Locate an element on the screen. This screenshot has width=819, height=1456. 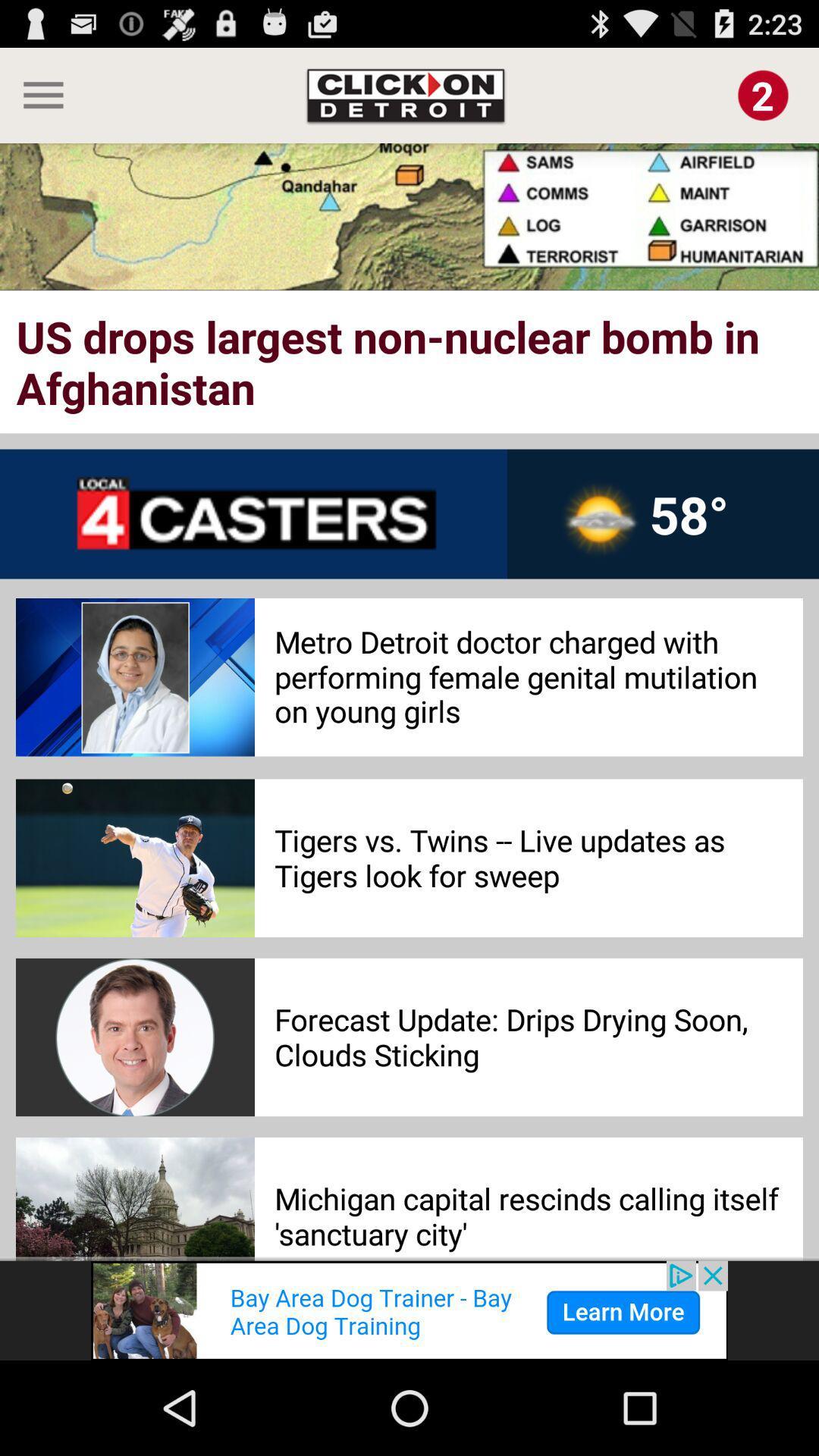
the text beside the 58 degrees is located at coordinates (253, 514).